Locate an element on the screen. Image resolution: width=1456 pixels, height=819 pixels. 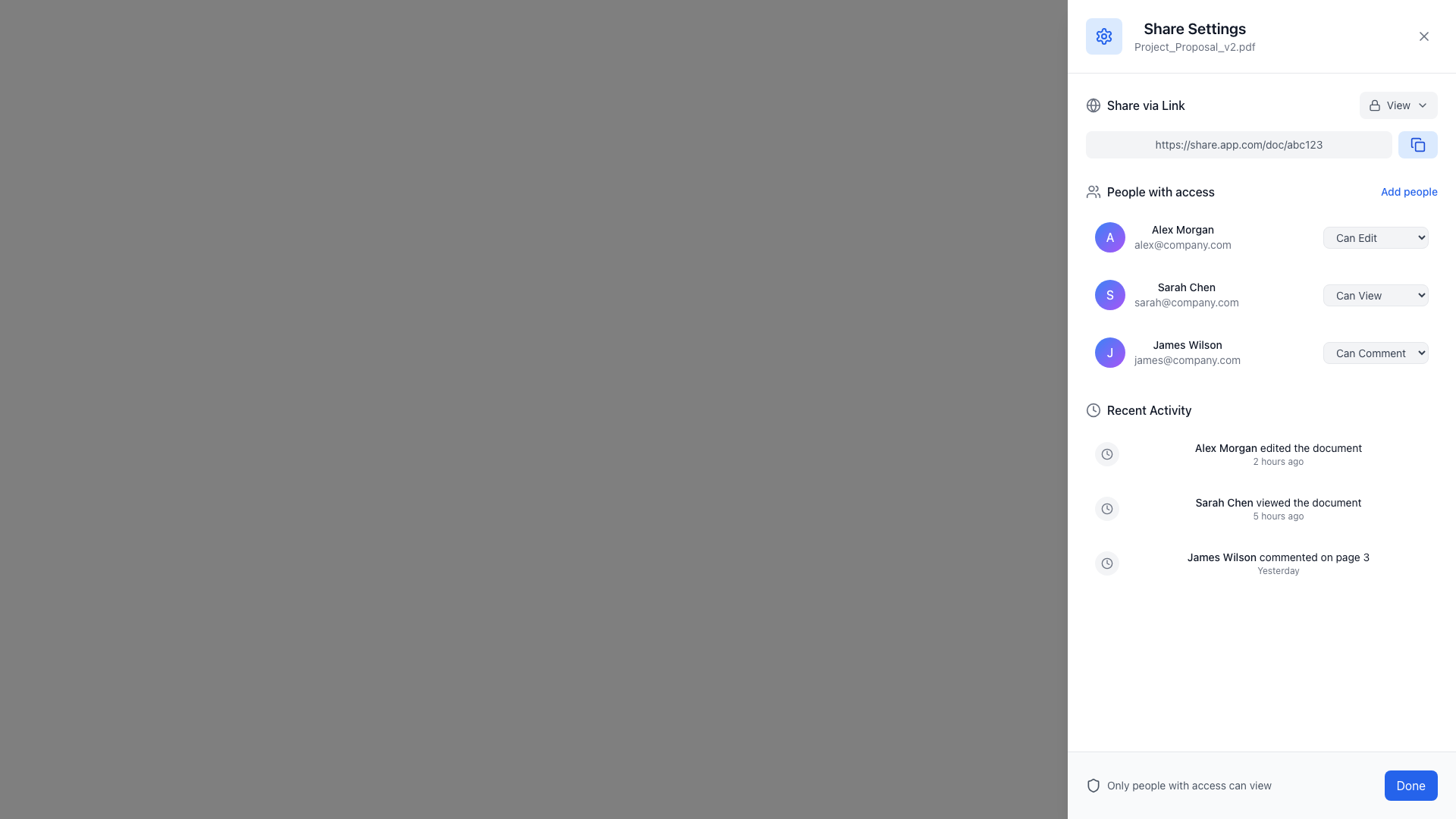
the recent activity clock icon, which is displayed within a rounded light-gray background circle is located at coordinates (1106, 563).